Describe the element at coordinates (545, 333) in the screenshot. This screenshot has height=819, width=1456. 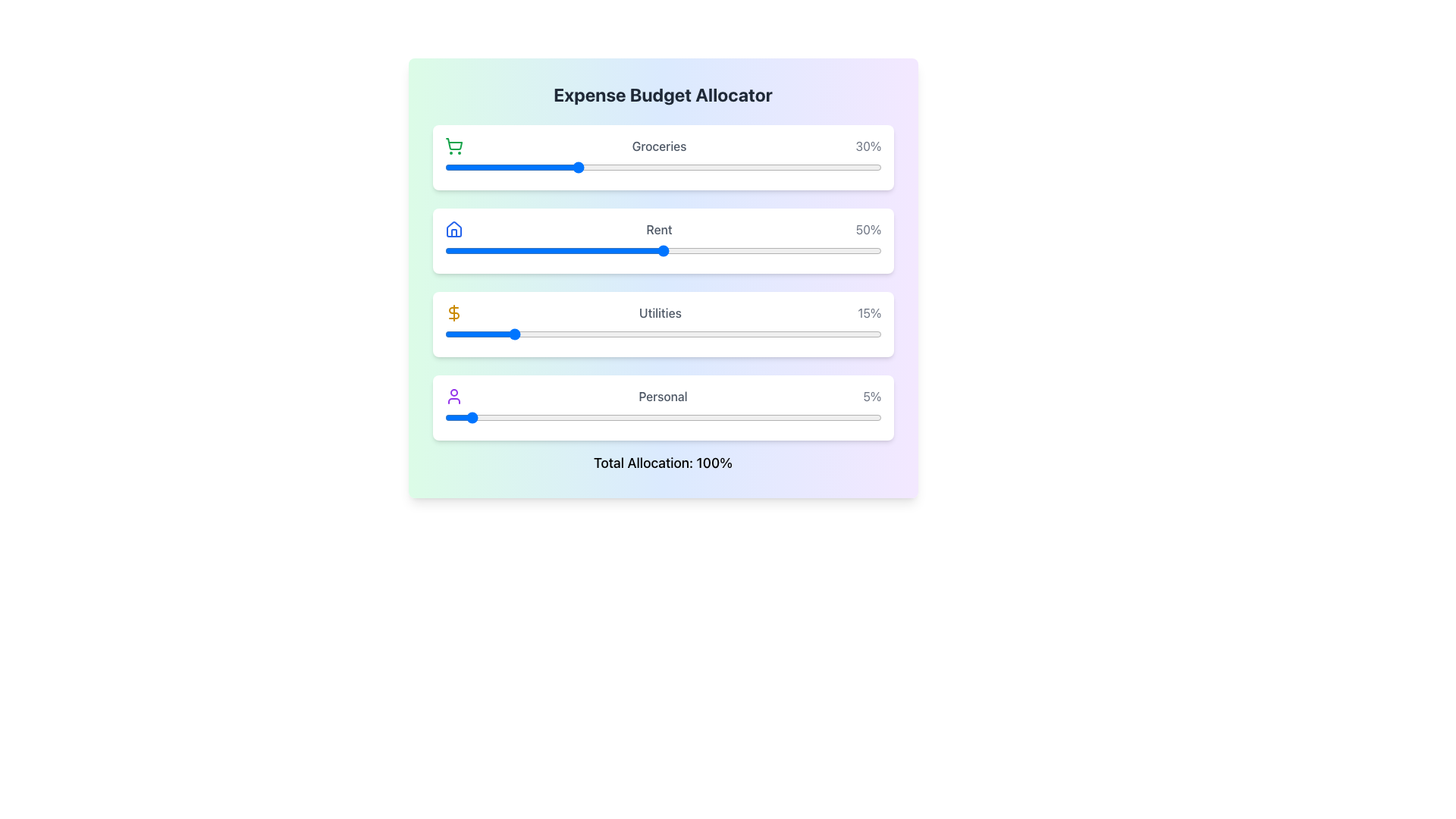
I see `utilities allocation` at that location.